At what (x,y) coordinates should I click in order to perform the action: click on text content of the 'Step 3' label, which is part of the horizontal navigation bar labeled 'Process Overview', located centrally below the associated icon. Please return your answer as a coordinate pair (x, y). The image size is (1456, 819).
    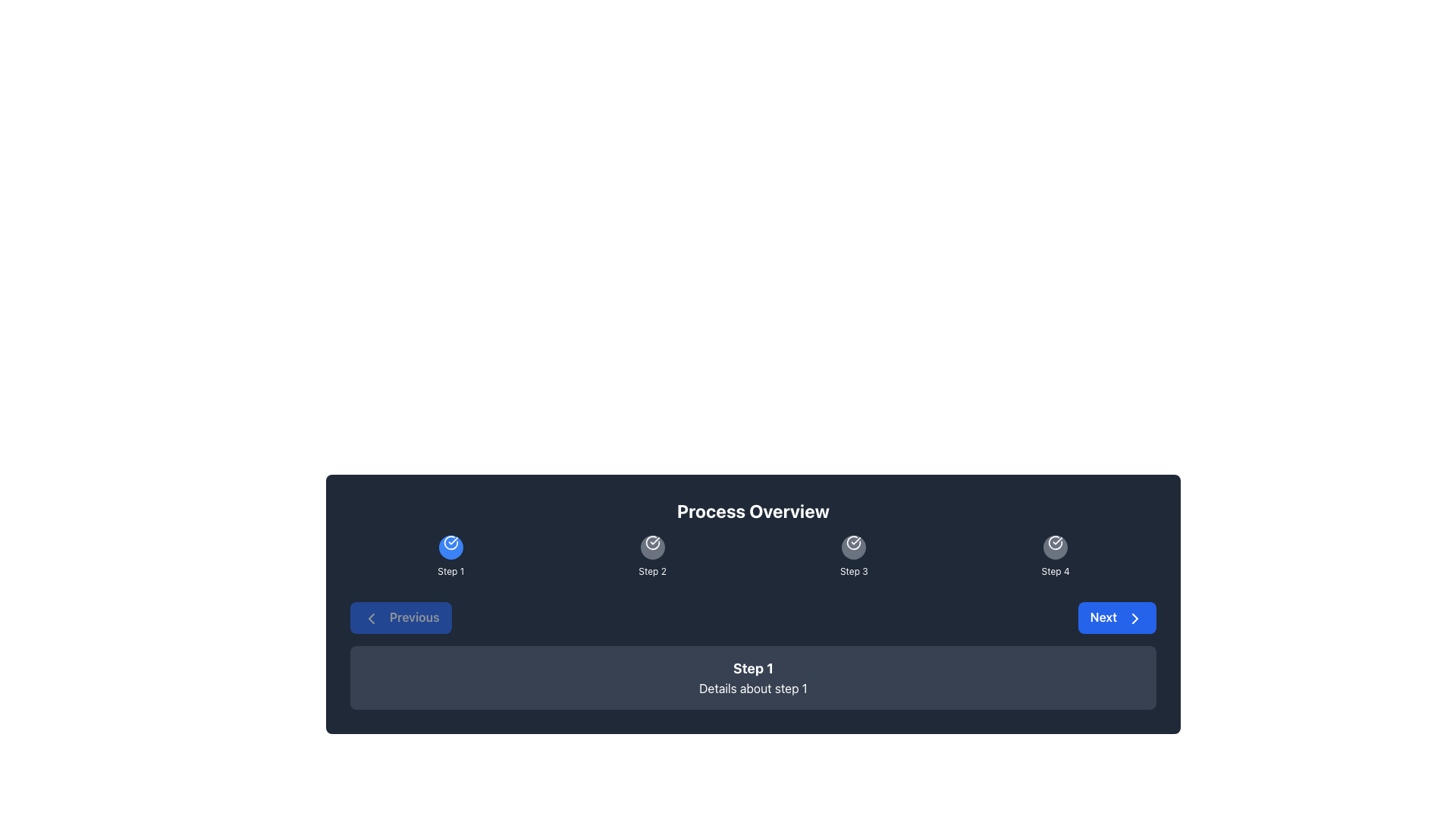
    Looking at the image, I should click on (854, 571).